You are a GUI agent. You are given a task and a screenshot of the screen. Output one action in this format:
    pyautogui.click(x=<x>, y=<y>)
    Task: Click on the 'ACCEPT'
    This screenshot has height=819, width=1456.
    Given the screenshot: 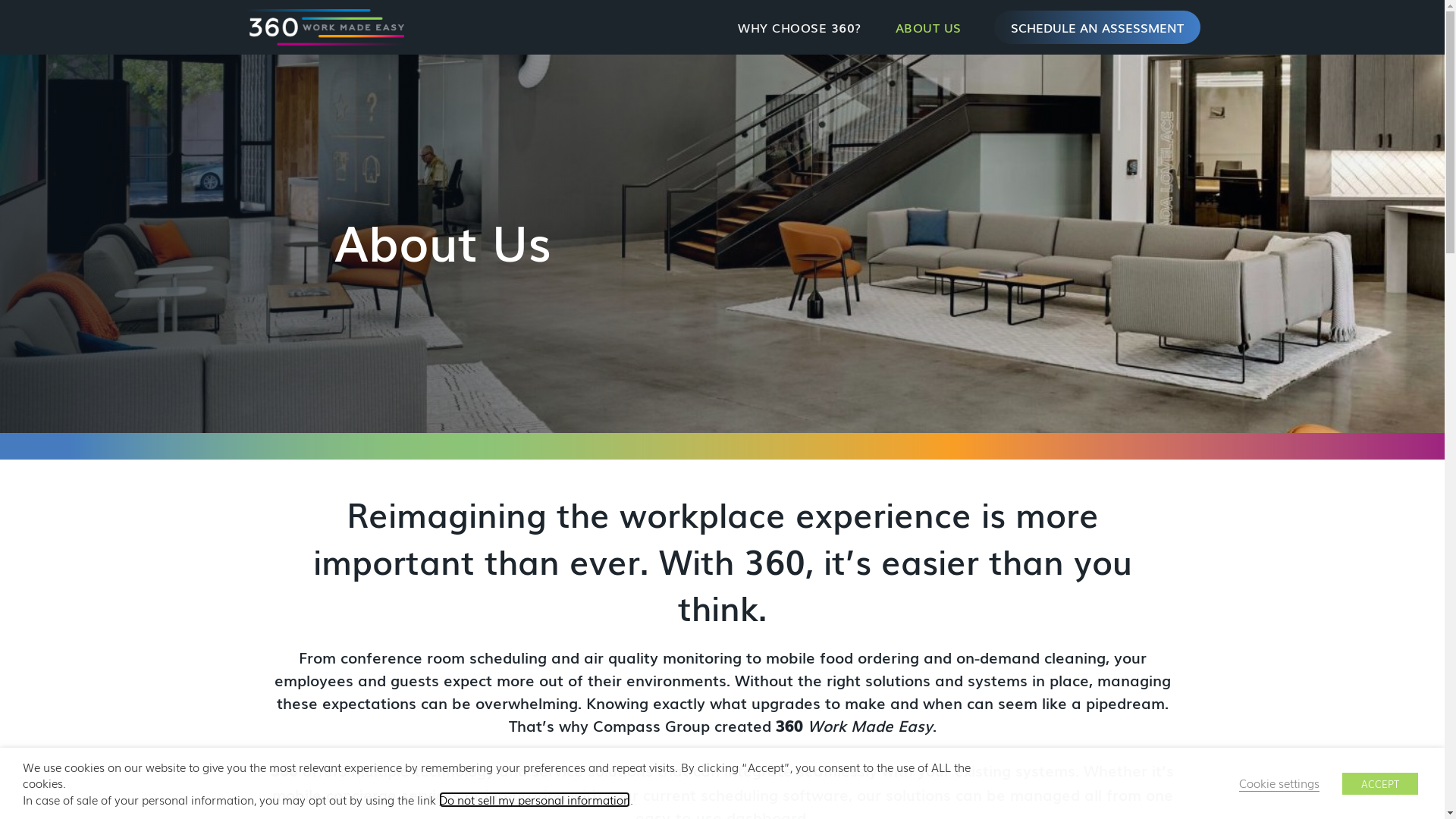 What is the action you would take?
    pyautogui.click(x=1342, y=783)
    